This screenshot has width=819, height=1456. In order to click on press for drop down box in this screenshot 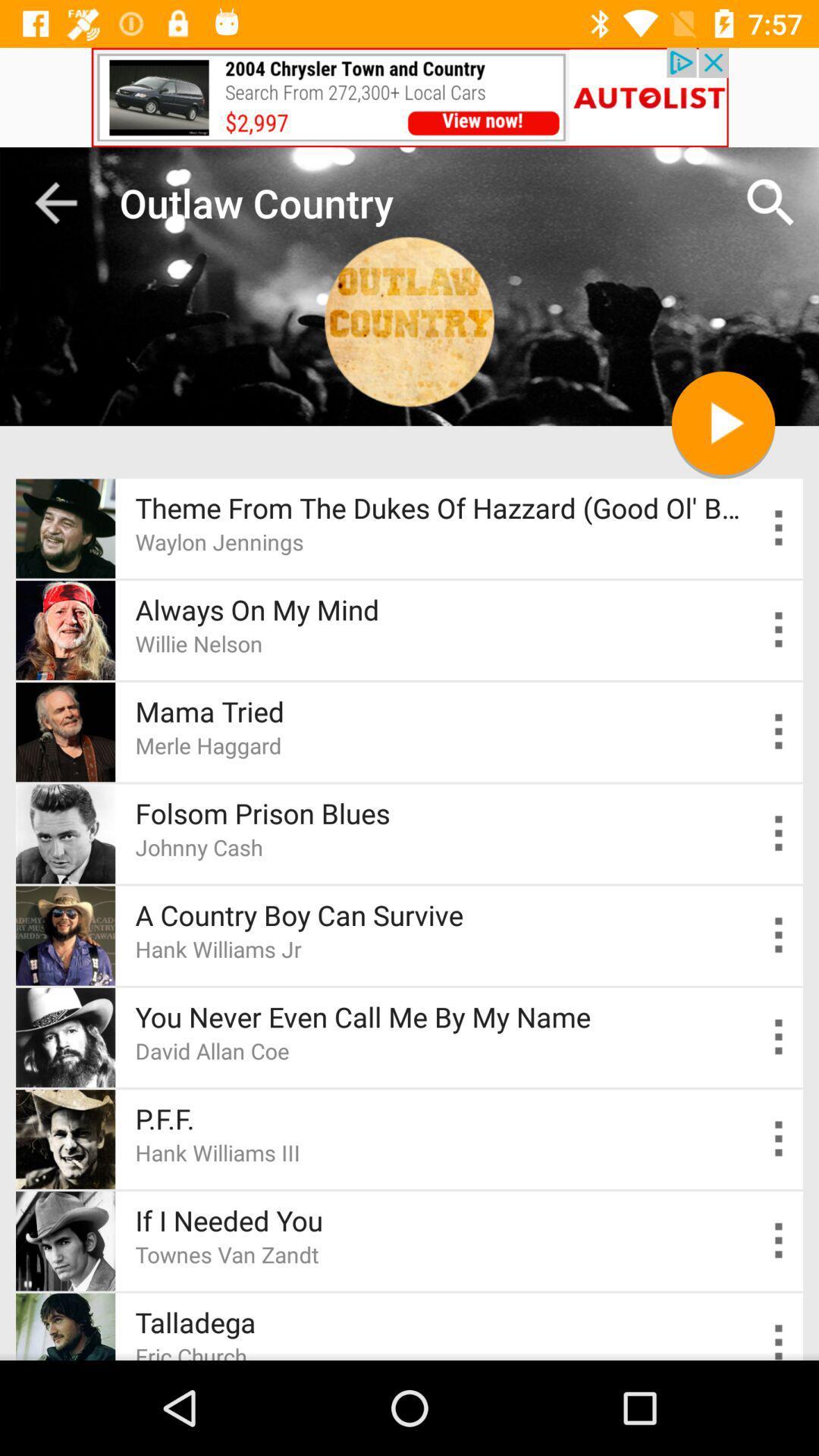, I will do `click(779, 732)`.